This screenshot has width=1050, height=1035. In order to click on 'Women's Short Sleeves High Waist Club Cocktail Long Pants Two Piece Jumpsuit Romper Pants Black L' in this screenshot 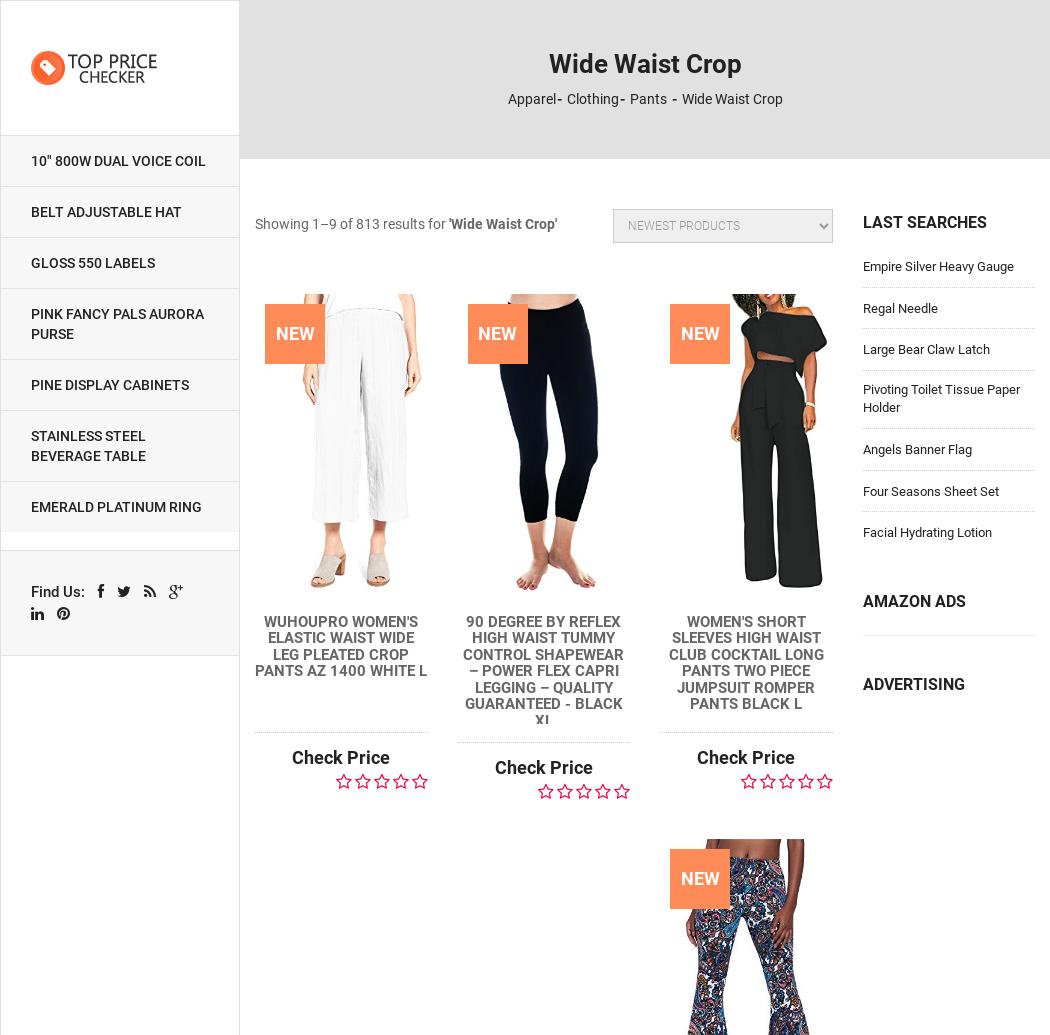, I will do `click(744, 661)`.